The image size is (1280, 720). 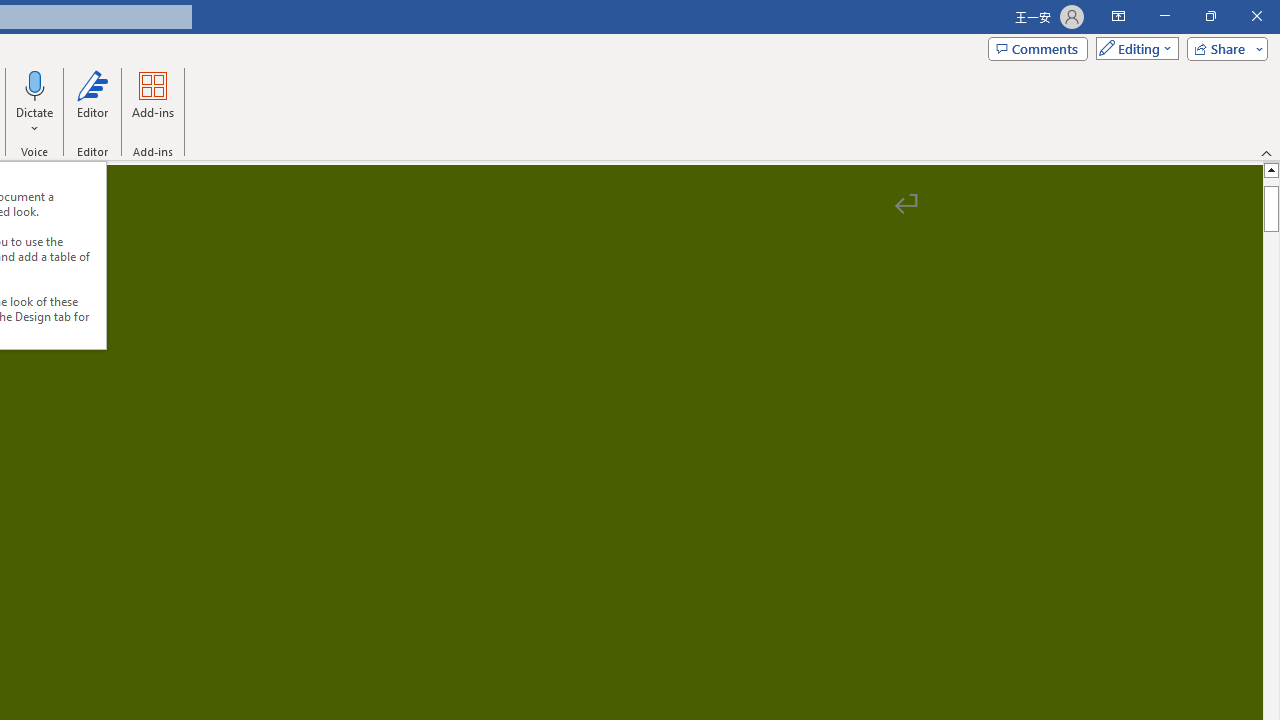 I want to click on 'Page up', so click(x=1270, y=181).